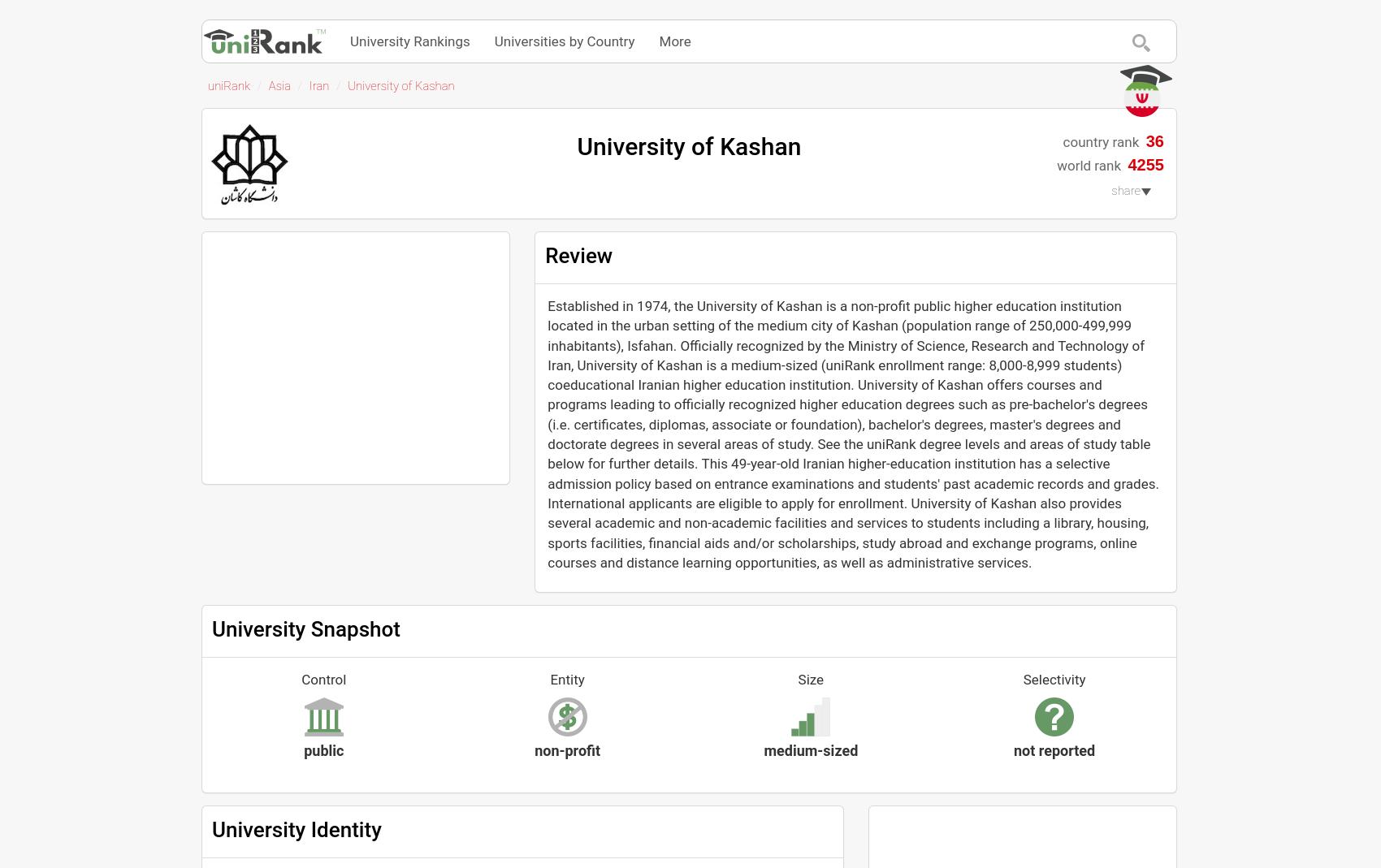  I want to click on 'University Identity', so click(295, 829).